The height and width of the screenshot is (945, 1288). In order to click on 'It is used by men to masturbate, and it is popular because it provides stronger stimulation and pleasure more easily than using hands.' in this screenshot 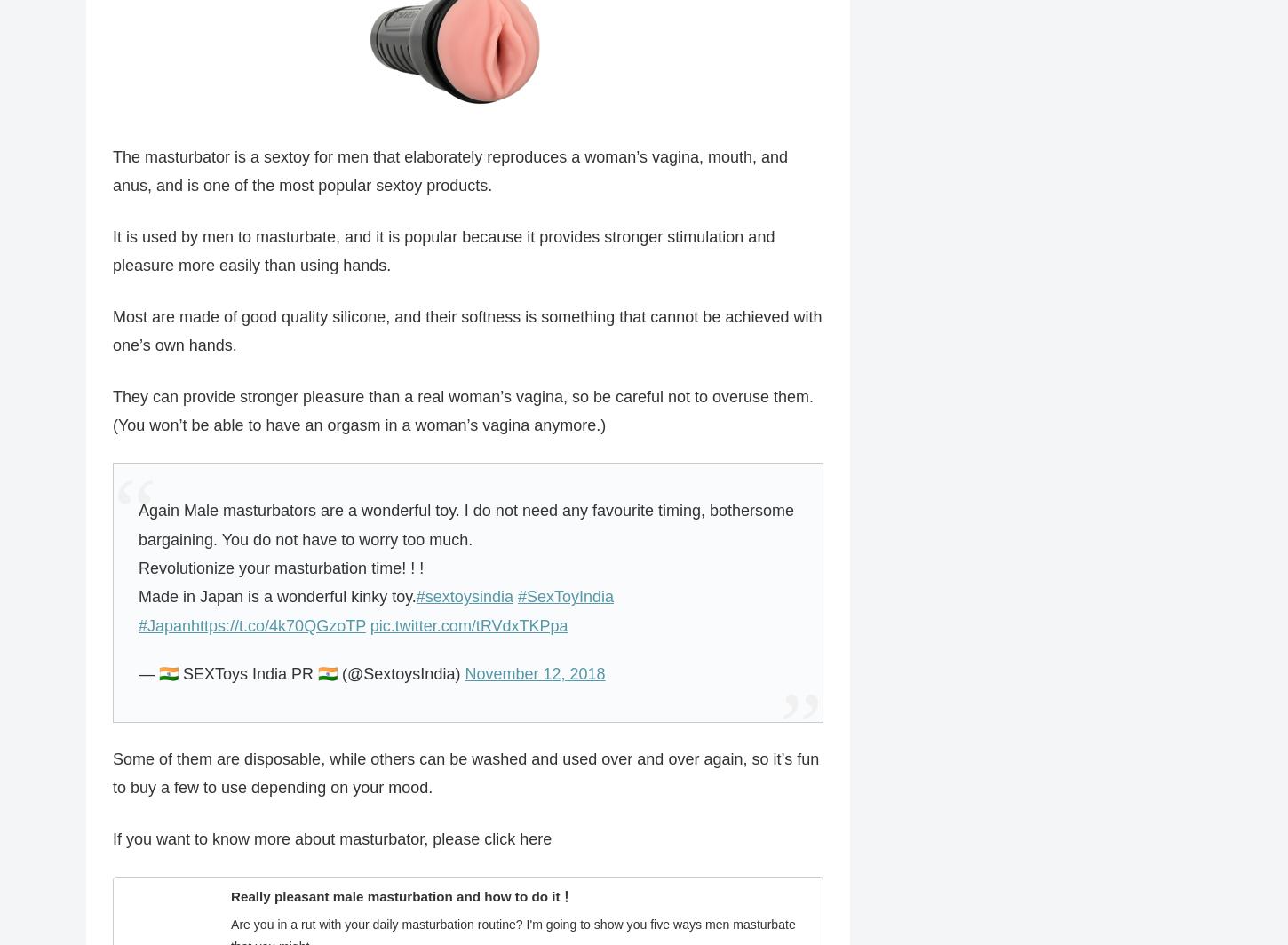, I will do `click(112, 251)`.